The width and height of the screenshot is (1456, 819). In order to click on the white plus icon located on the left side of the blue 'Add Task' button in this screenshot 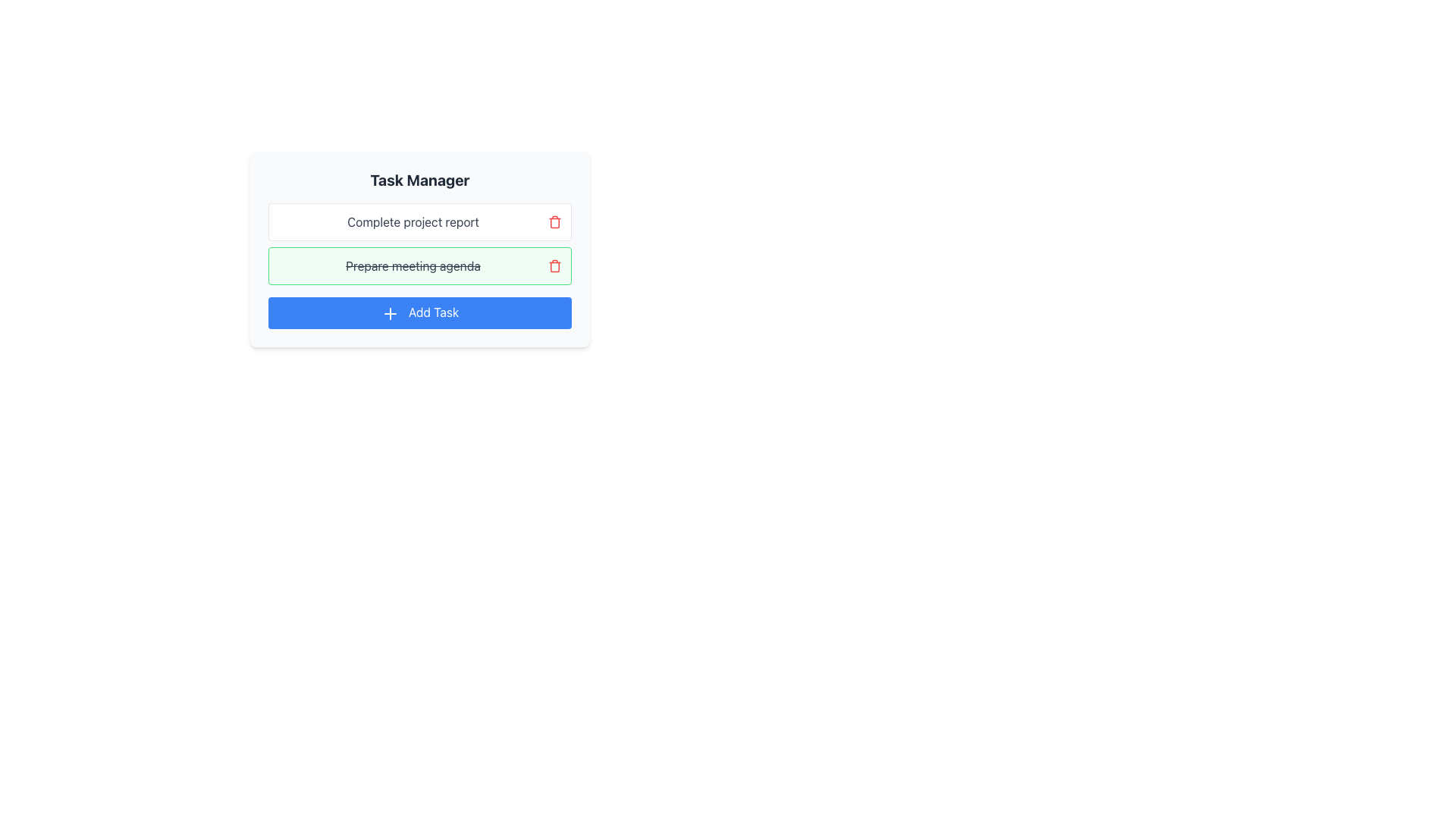, I will do `click(390, 312)`.